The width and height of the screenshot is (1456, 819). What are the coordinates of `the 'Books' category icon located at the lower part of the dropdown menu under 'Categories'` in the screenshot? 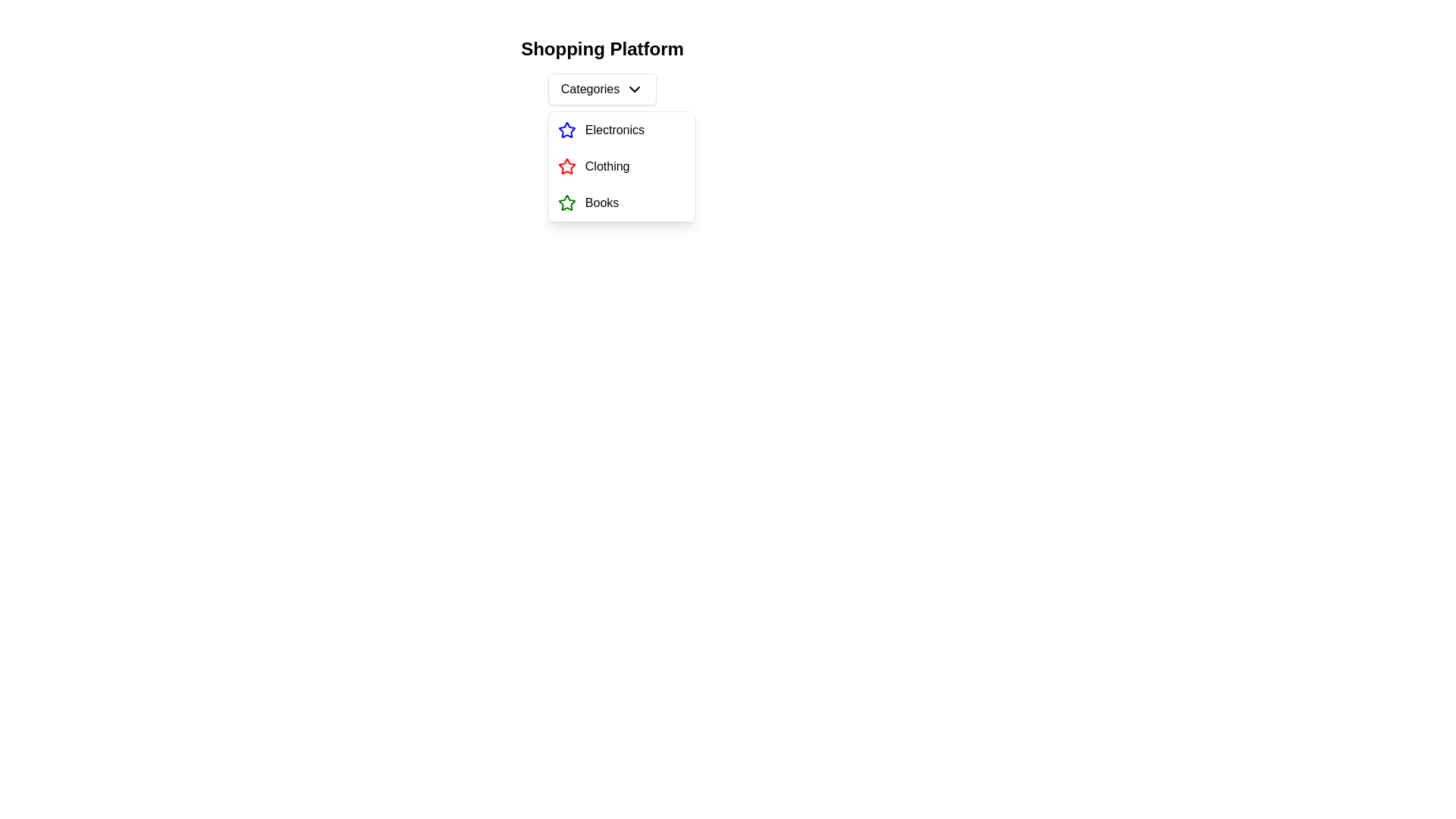 It's located at (566, 202).